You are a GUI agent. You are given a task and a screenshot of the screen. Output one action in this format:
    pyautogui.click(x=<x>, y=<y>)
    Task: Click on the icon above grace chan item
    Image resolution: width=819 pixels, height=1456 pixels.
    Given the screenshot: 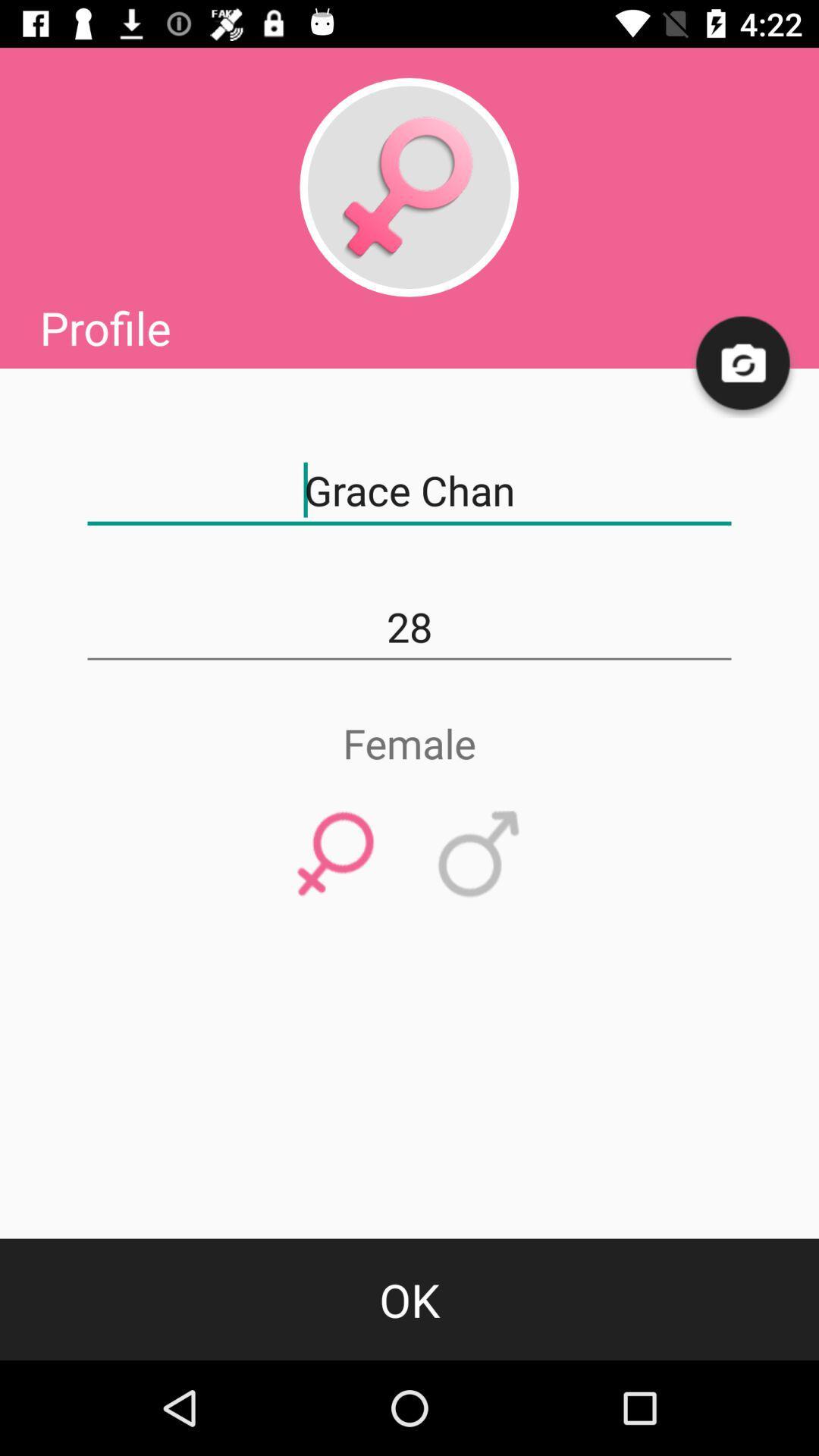 What is the action you would take?
    pyautogui.click(x=743, y=364)
    